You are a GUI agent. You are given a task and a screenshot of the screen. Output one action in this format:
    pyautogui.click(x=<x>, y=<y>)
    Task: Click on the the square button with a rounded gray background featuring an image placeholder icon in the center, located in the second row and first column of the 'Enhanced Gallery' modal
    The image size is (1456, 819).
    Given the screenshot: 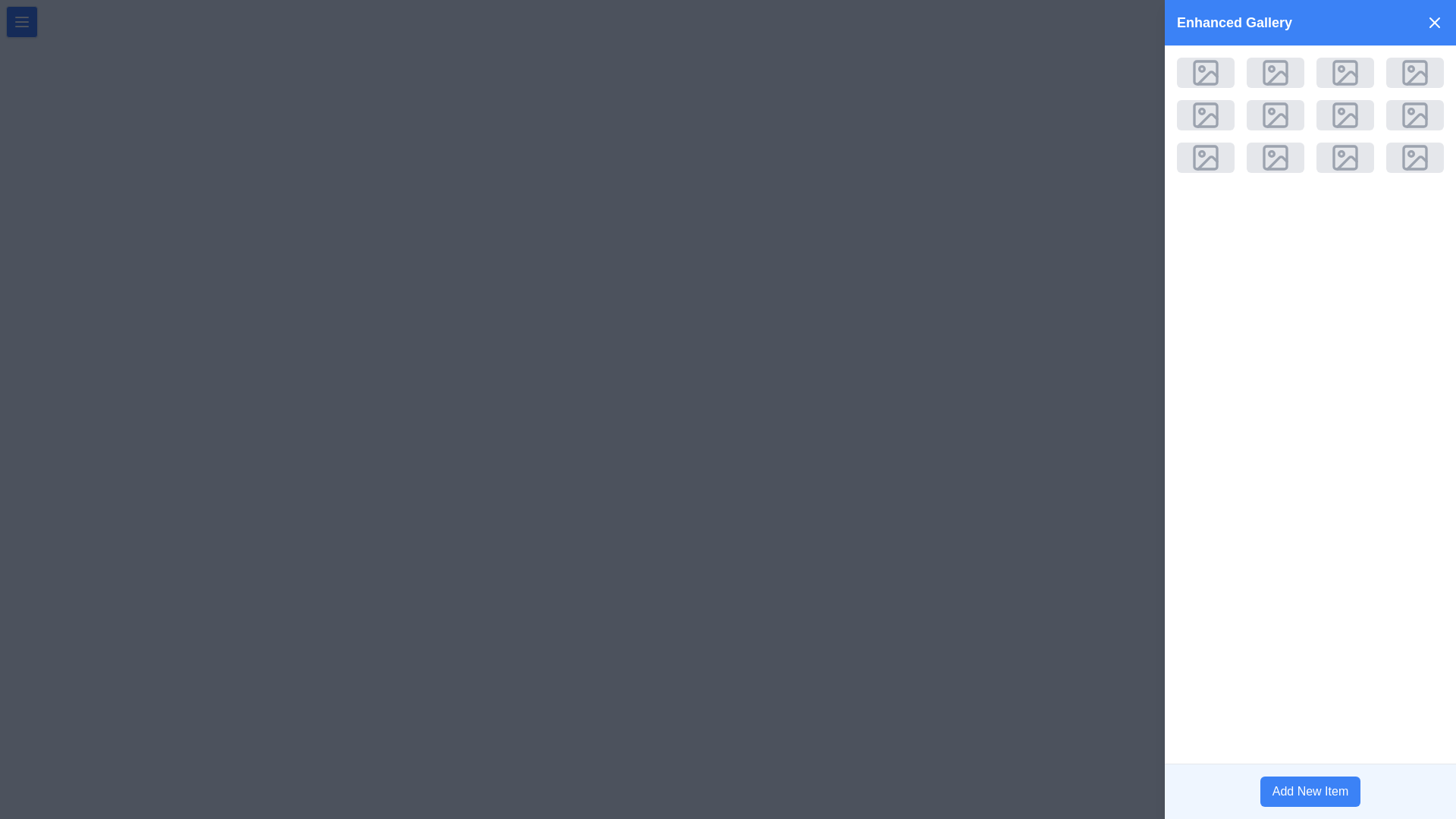 What is the action you would take?
    pyautogui.click(x=1204, y=114)
    